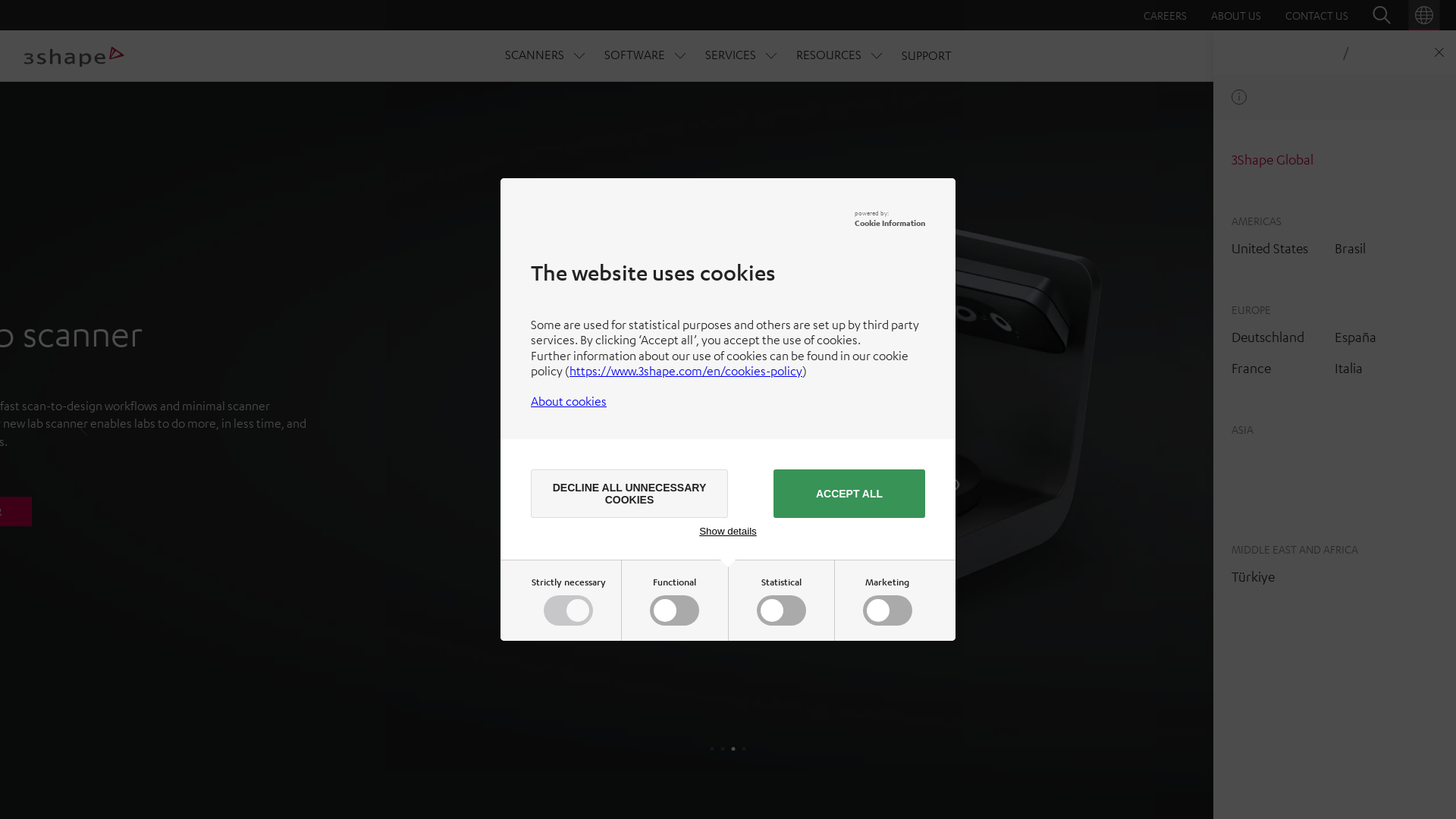 Image resolution: width=1456 pixels, height=819 pixels. What do you see at coordinates (73, 55) in the screenshot?
I see `'3Shape'` at bounding box center [73, 55].